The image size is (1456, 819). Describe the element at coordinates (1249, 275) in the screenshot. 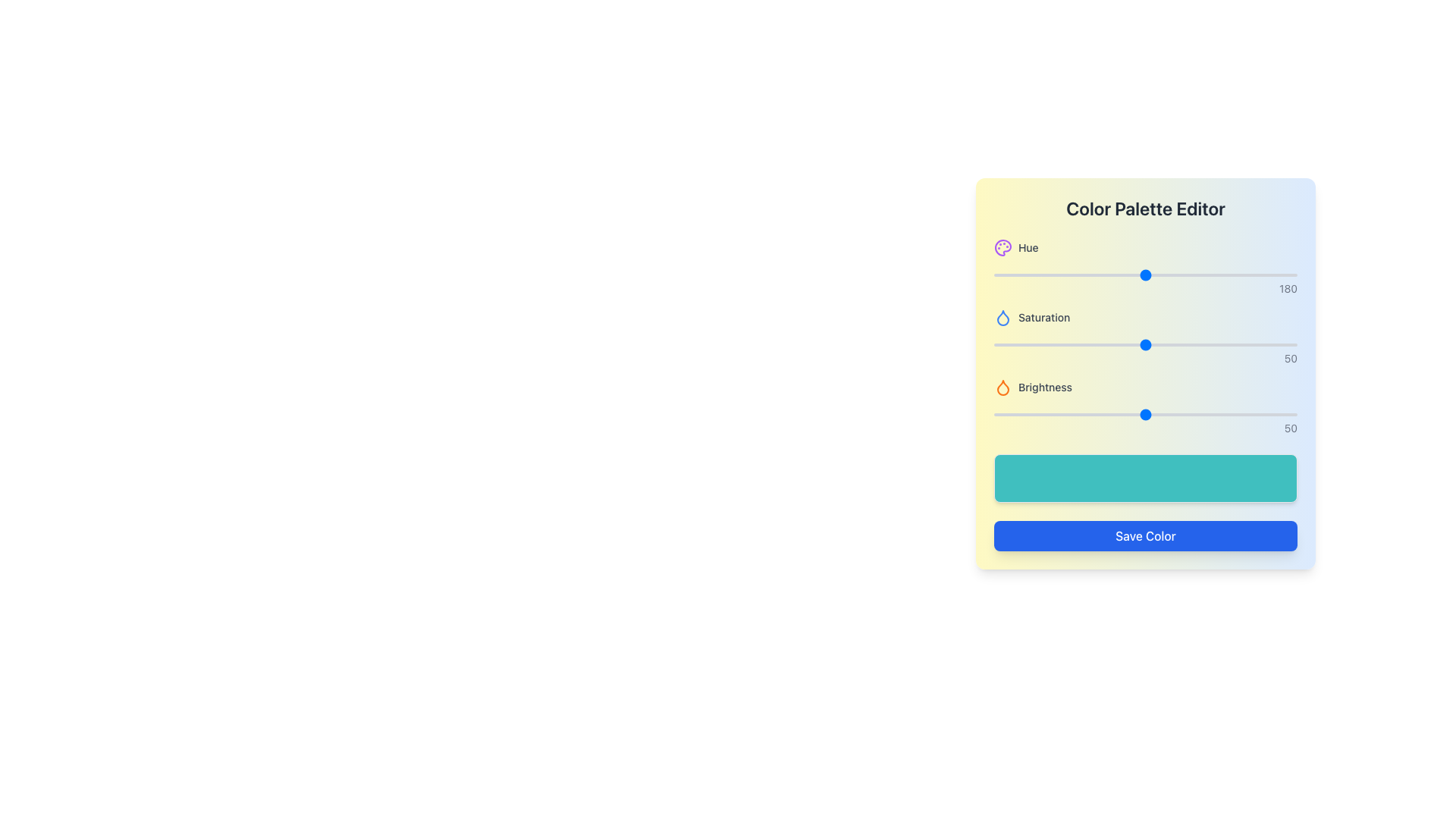

I see `hue` at that location.